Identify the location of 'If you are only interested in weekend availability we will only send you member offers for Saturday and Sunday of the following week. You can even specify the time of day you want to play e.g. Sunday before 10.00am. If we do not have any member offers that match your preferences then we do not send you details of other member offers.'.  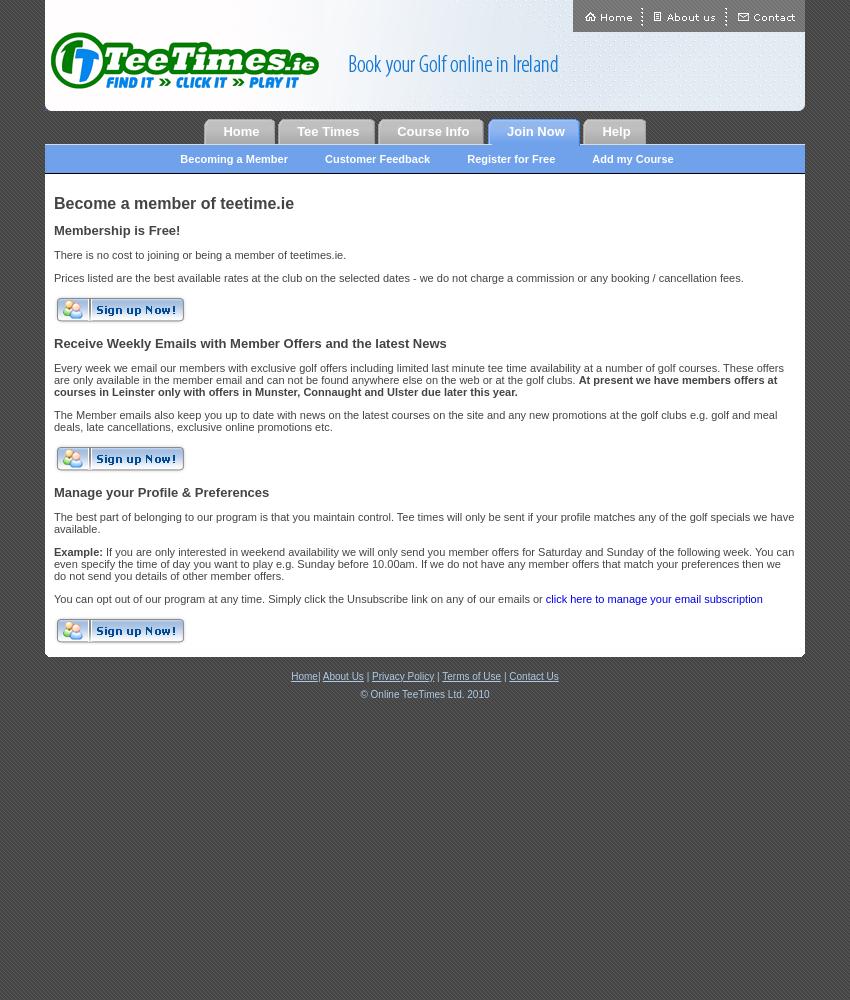
(423, 562).